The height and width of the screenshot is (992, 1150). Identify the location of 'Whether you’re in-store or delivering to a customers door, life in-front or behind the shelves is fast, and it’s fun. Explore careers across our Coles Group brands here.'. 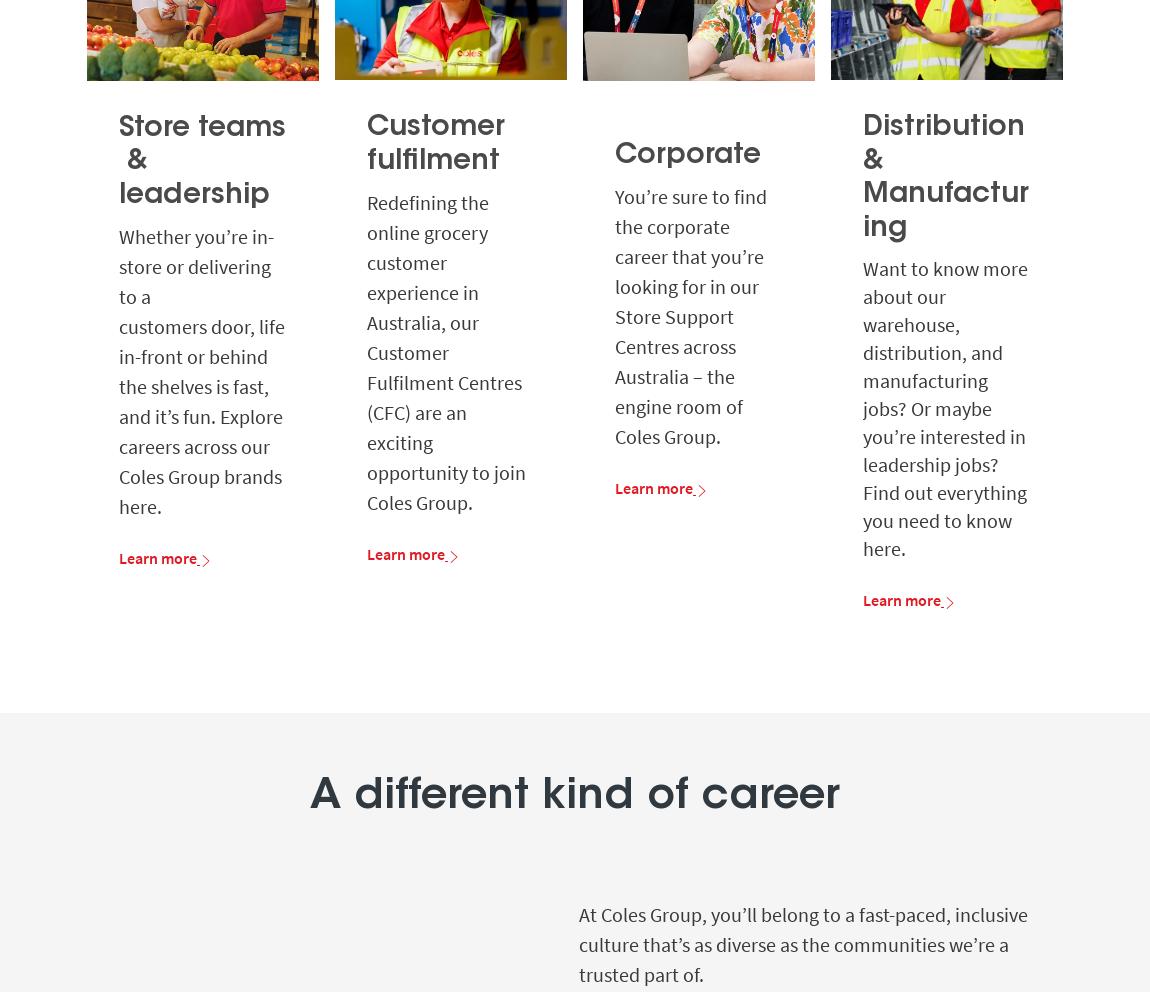
(201, 369).